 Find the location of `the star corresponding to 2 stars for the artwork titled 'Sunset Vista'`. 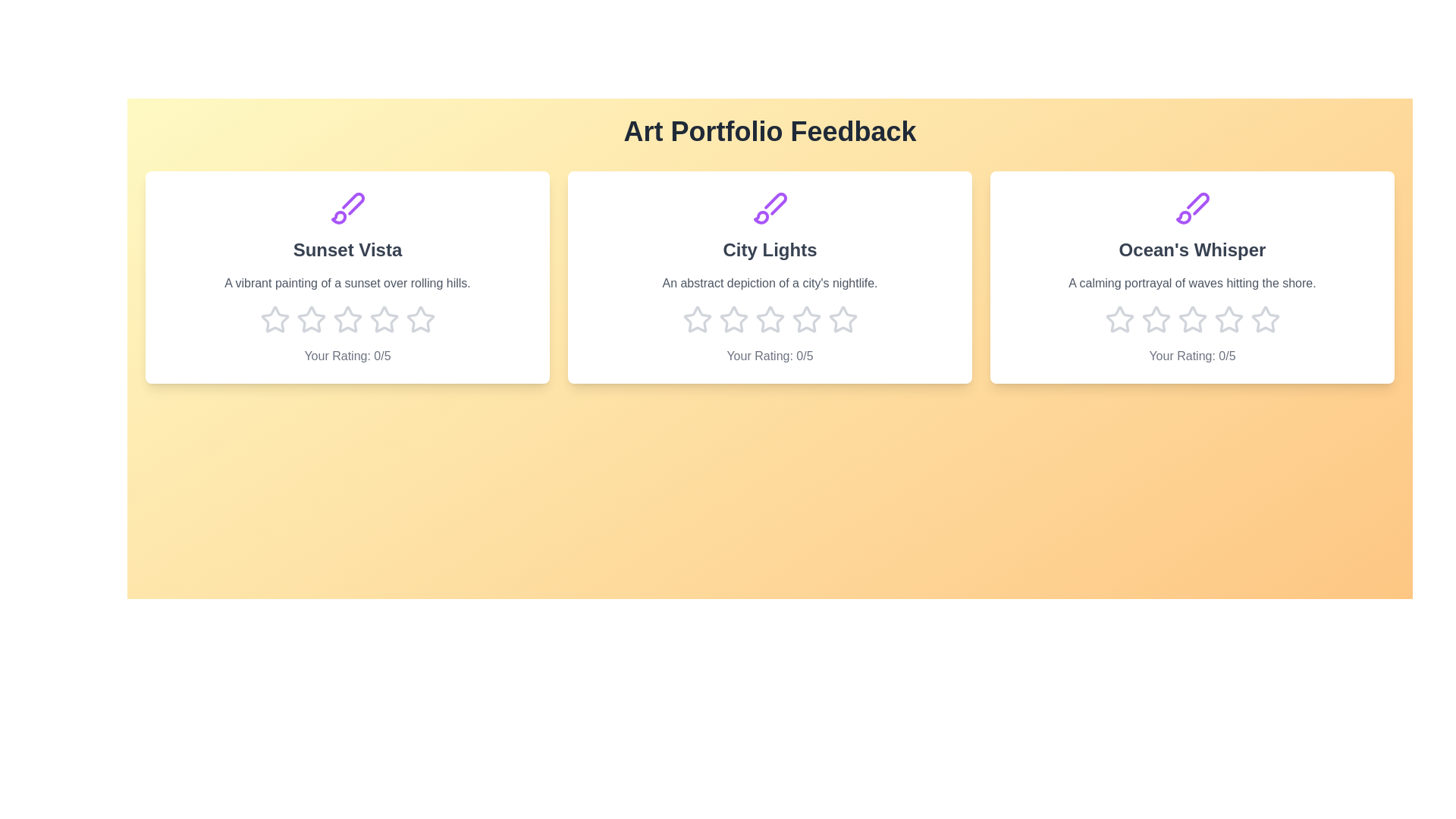

the star corresponding to 2 stars for the artwork titled 'Sunset Vista' is located at coordinates (310, 318).